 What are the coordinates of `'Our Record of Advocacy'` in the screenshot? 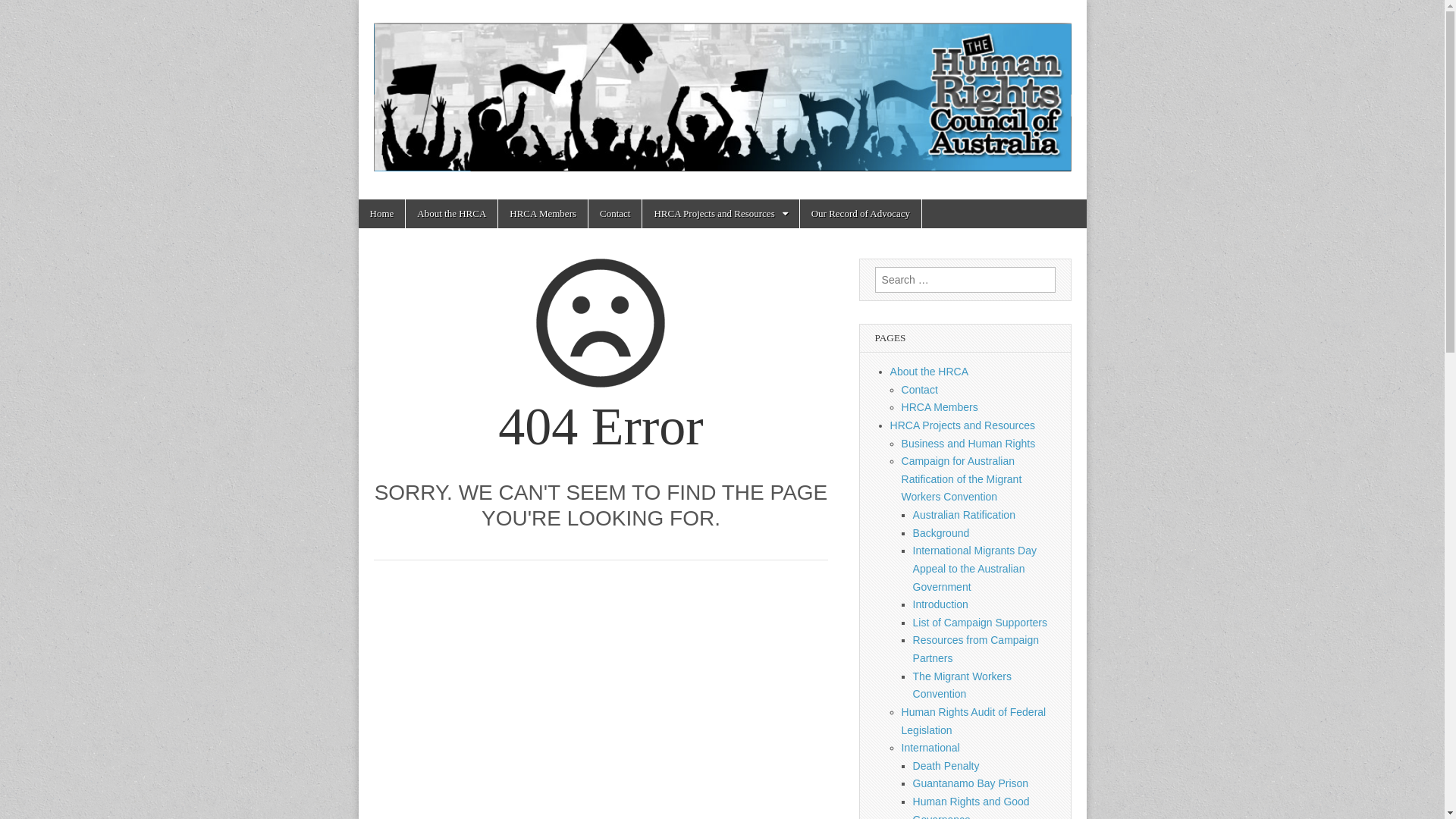 It's located at (860, 213).